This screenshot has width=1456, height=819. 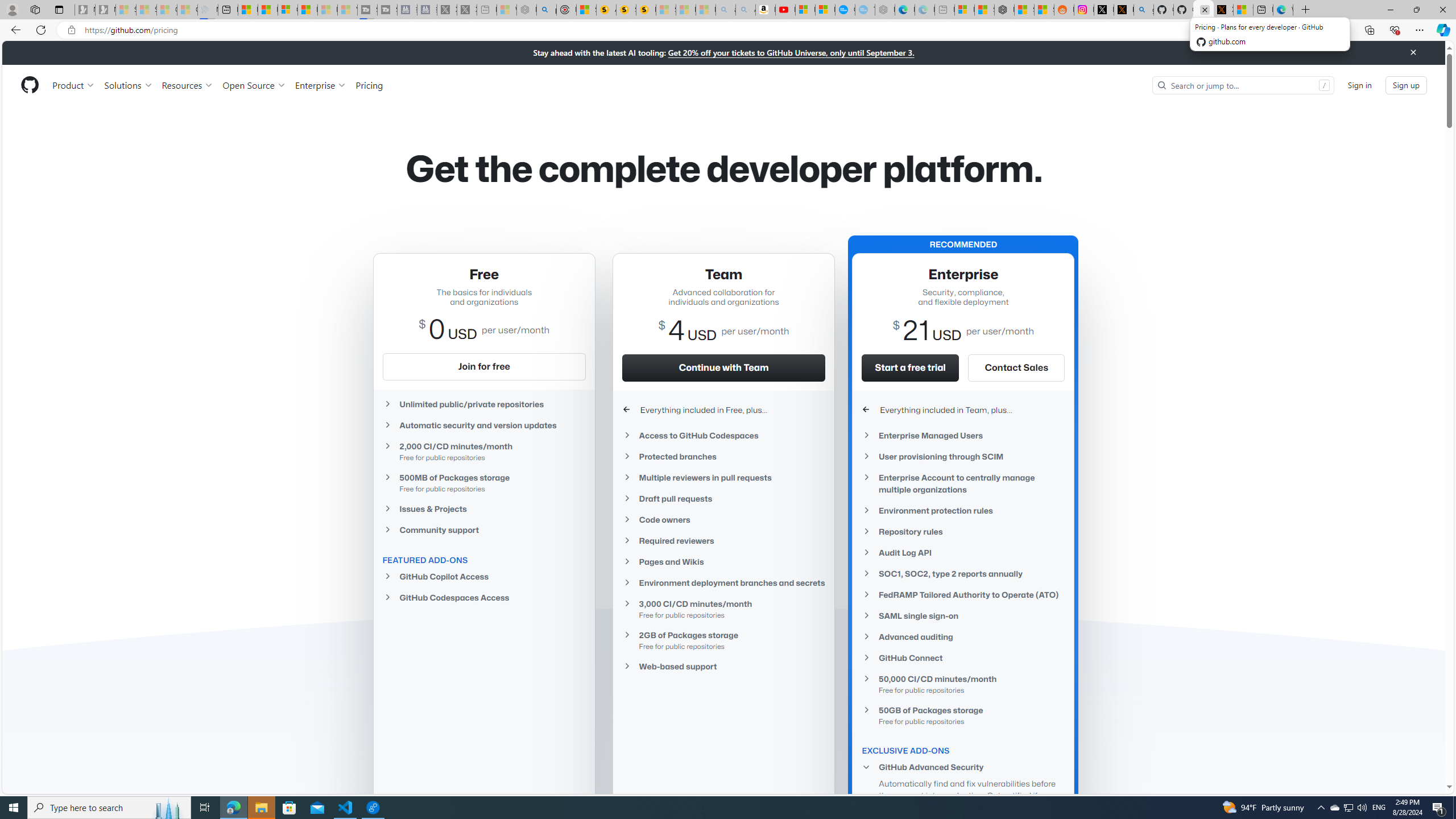 What do you see at coordinates (1124, 9) in the screenshot?
I see `'help.x.com | 524: A timeout occurred'` at bounding box center [1124, 9].